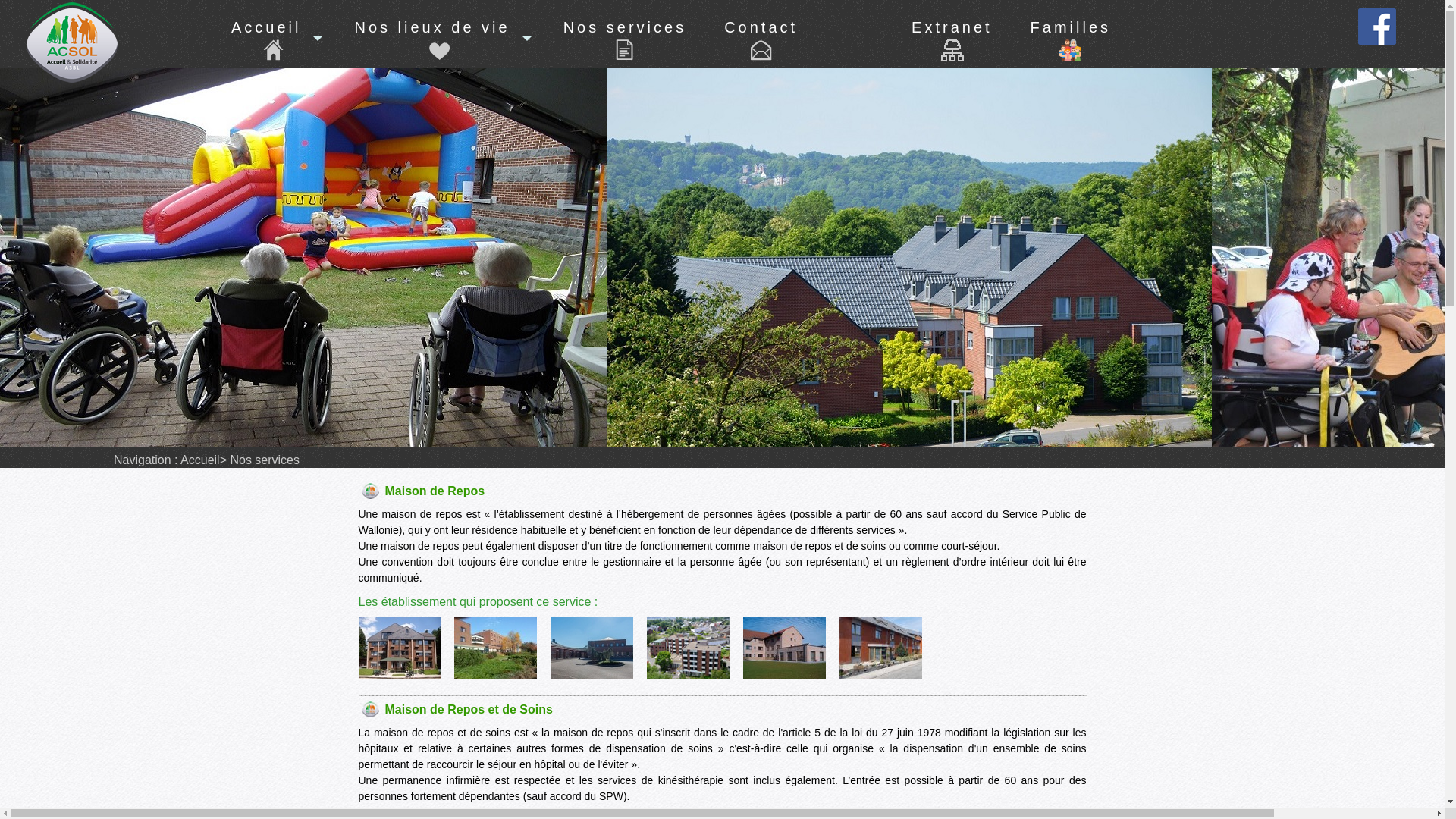  I want to click on 'Familles', so click(1069, 34).